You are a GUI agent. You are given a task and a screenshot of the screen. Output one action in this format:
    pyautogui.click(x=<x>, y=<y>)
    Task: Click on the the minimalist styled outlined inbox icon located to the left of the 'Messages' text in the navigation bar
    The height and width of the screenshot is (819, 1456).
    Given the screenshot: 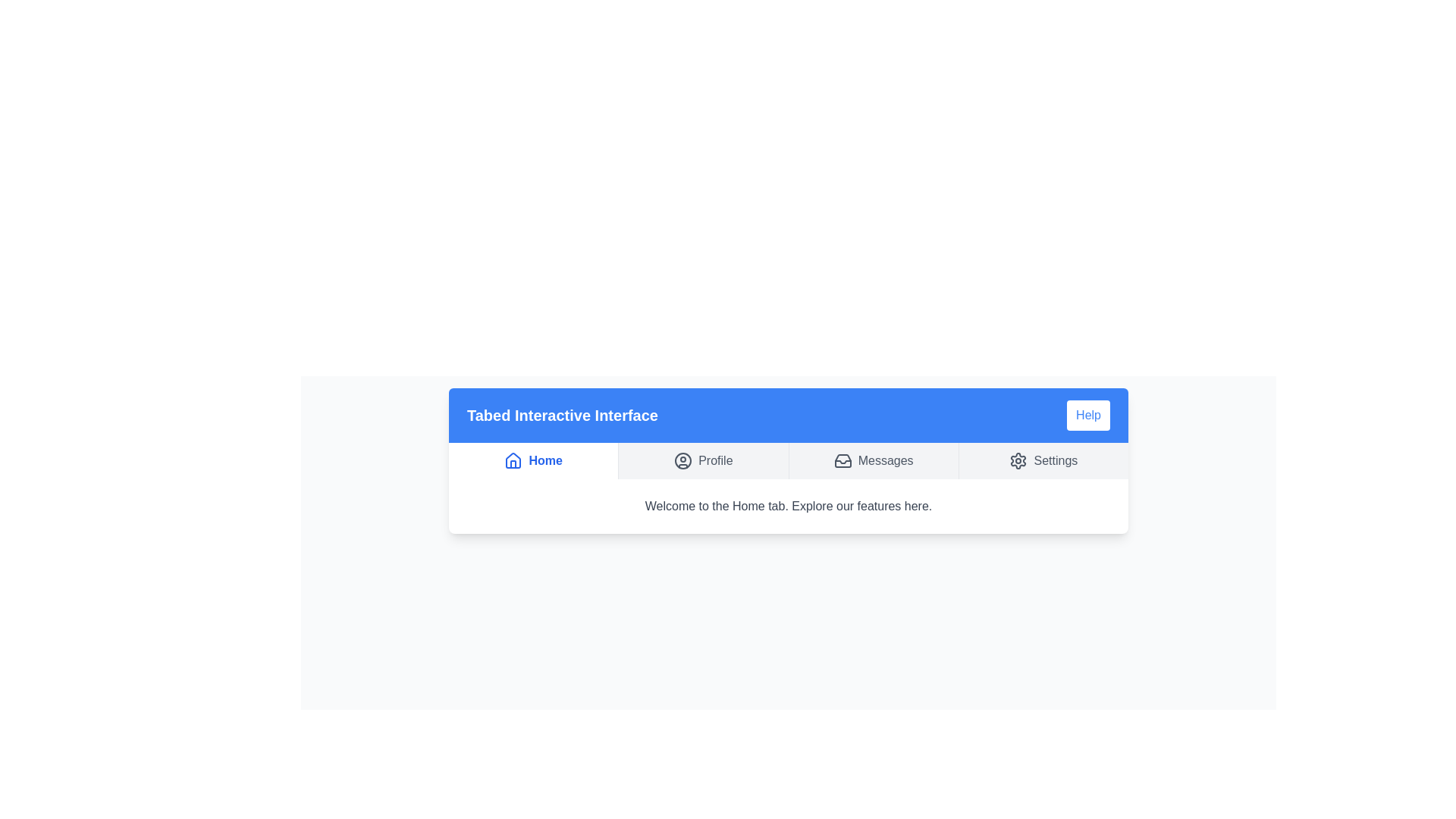 What is the action you would take?
    pyautogui.click(x=842, y=460)
    